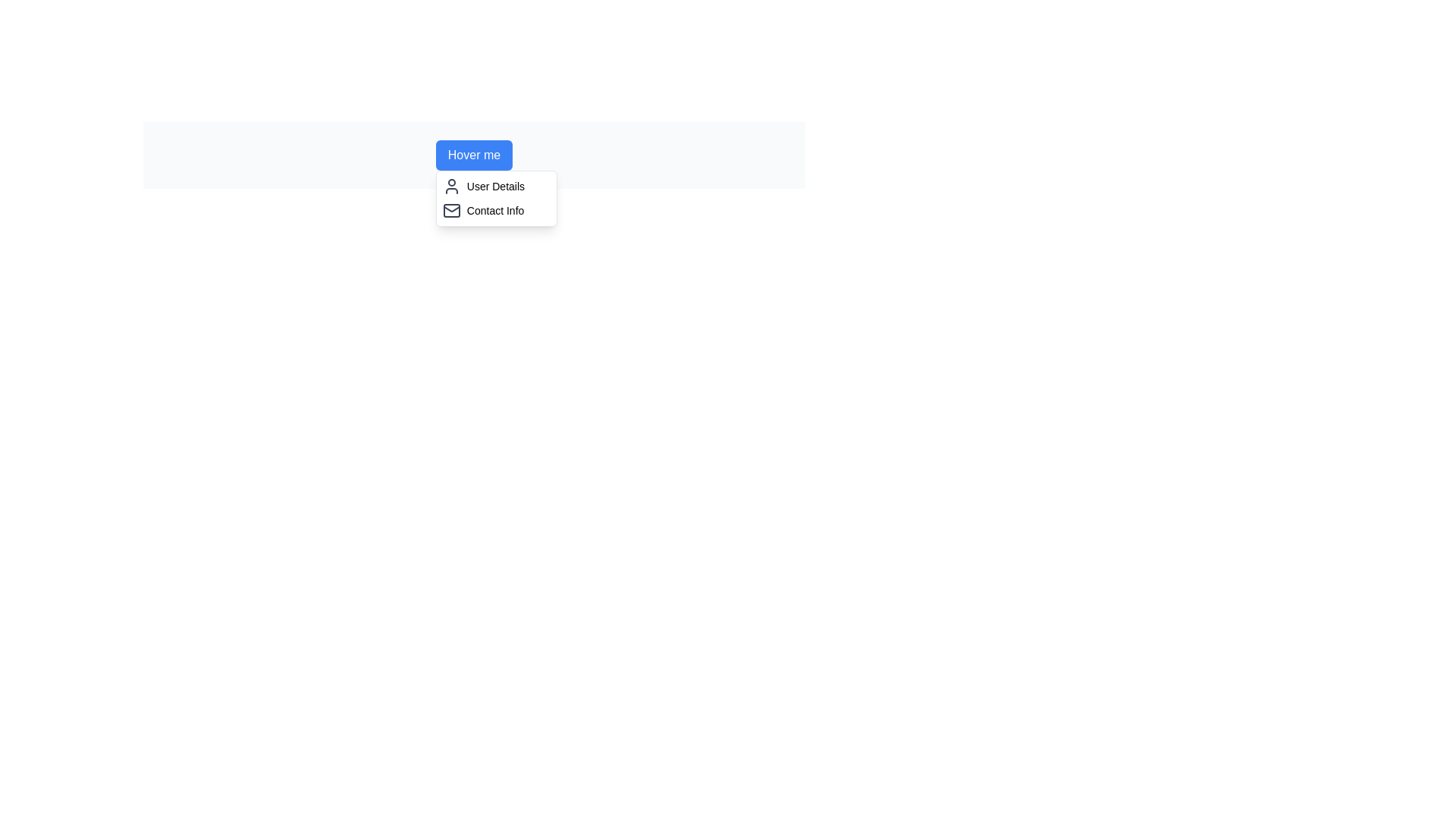 The height and width of the screenshot is (819, 1456). Describe the element at coordinates (496, 186) in the screenshot. I see `the 'User Details' menu item, which is the first option in the dropdown menu` at that location.